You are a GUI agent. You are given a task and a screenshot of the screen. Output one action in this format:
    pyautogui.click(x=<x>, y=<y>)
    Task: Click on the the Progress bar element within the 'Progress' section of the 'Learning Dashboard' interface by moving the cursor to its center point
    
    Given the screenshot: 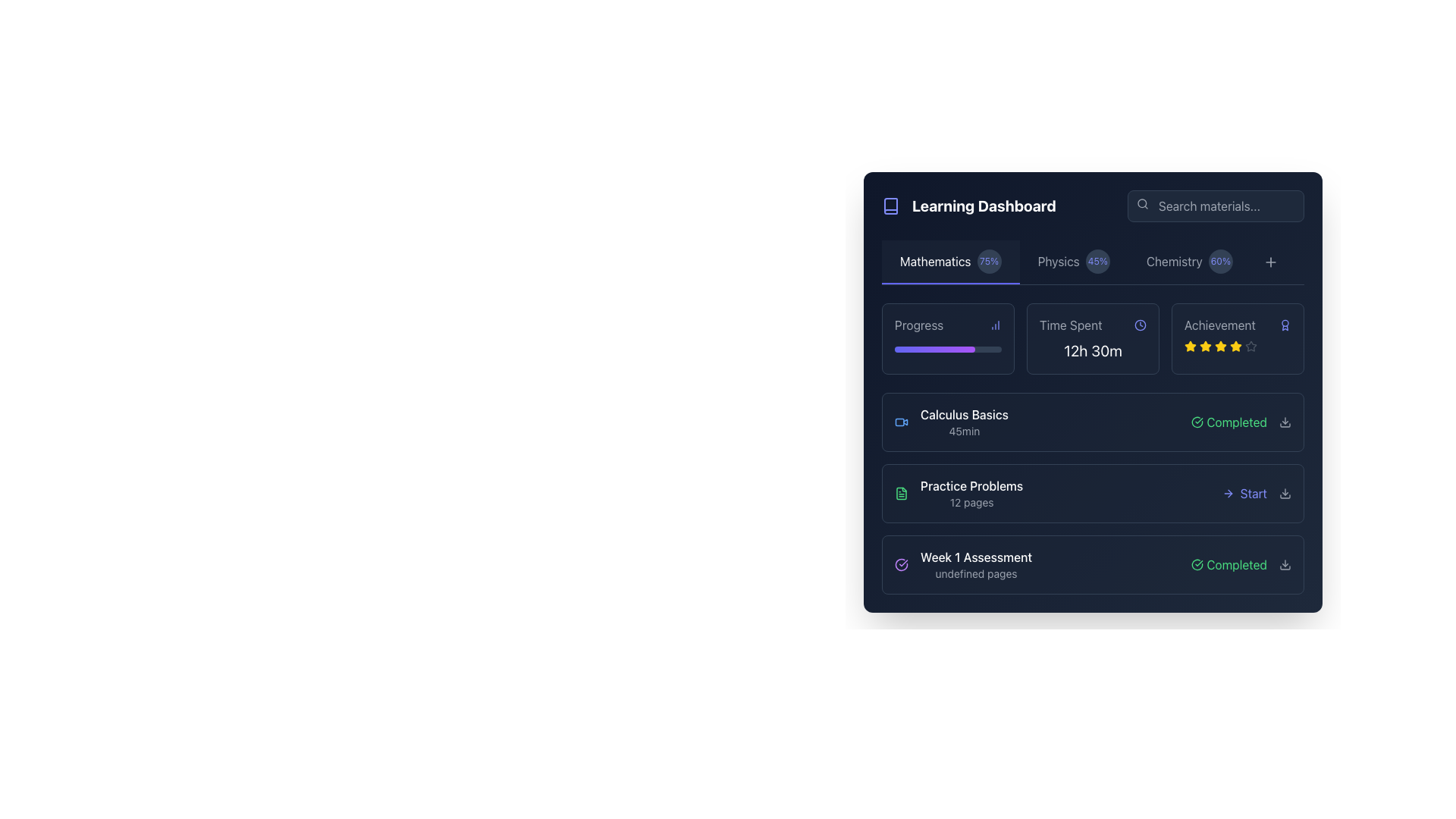 What is the action you would take?
    pyautogui.click(x=934, y=350)
    